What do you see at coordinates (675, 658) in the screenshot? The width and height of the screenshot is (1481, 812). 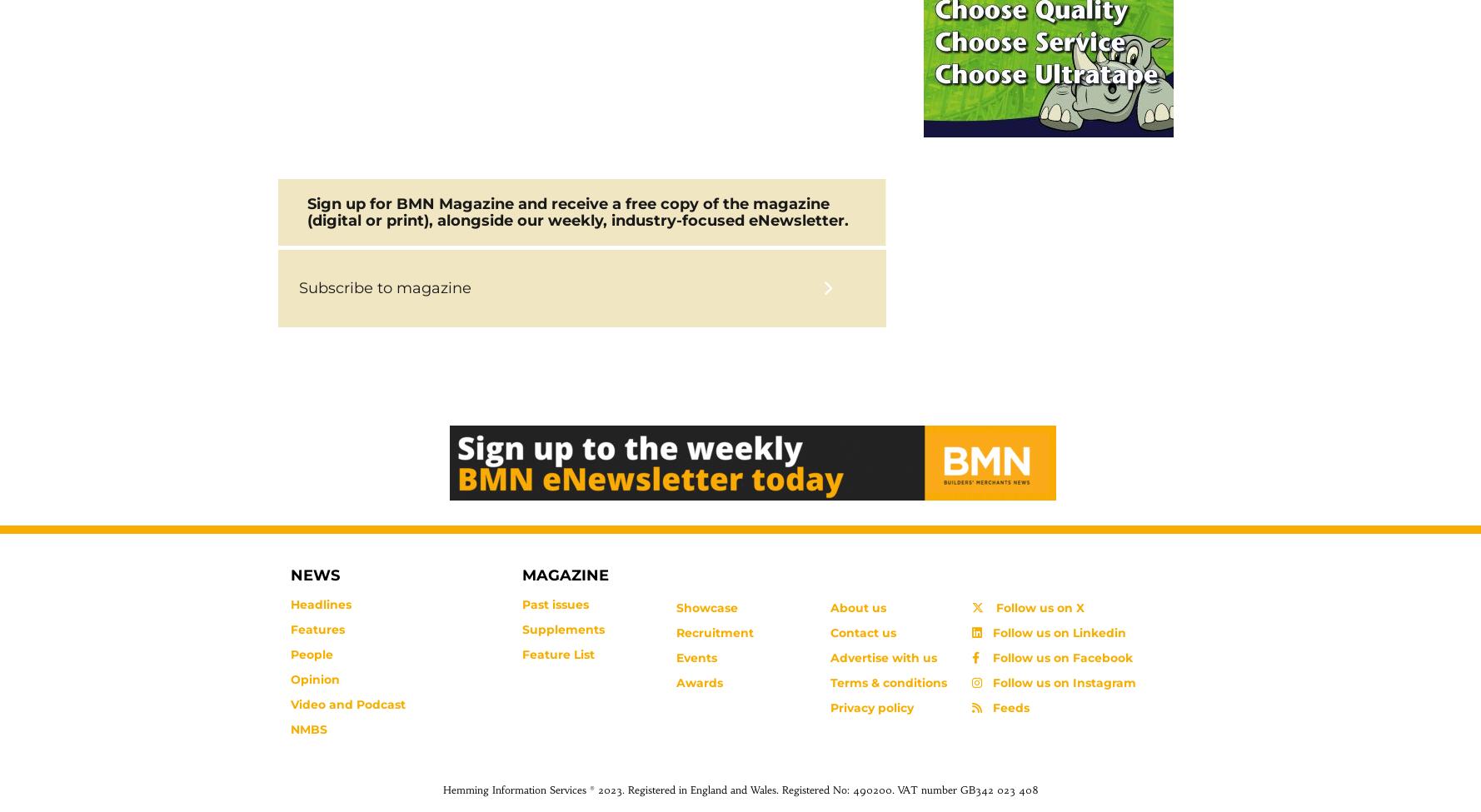 I see `'Events'` at bounding box center [675, 658].